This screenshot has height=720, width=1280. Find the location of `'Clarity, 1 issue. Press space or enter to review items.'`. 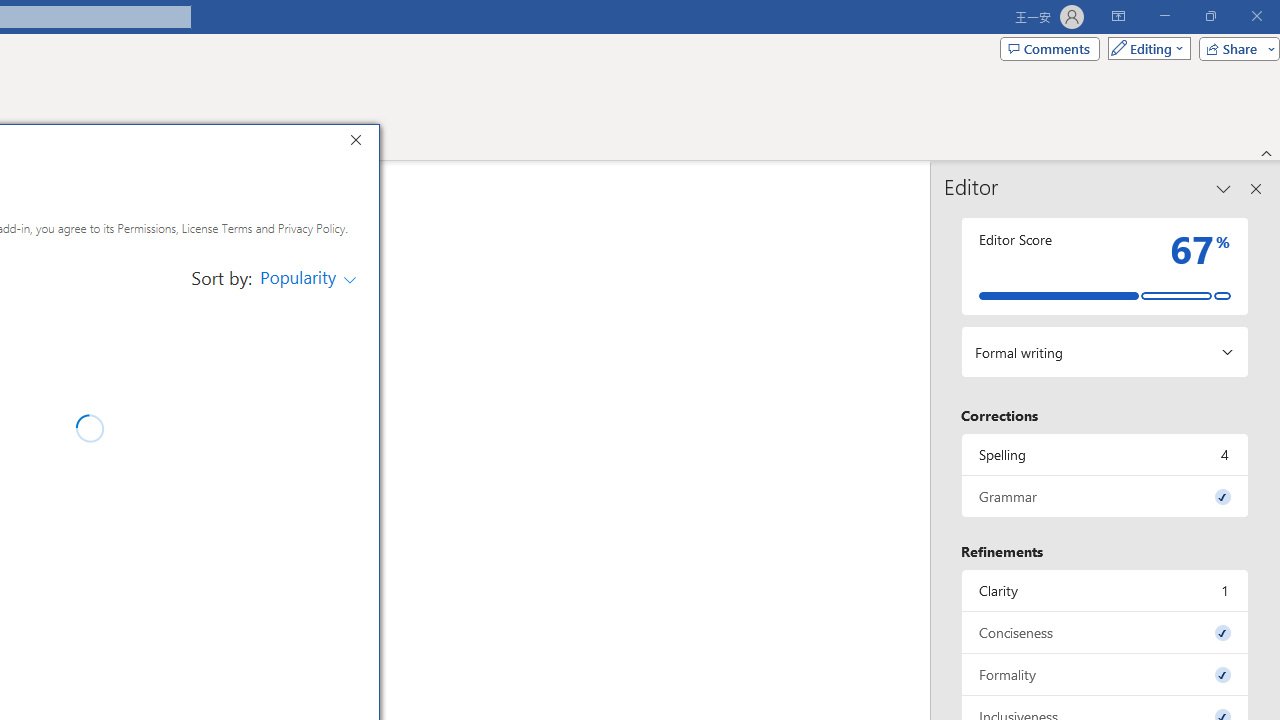

'Clarity, 1 issue. Press space or enter to review items.' is located at coordinates (1104, 589).